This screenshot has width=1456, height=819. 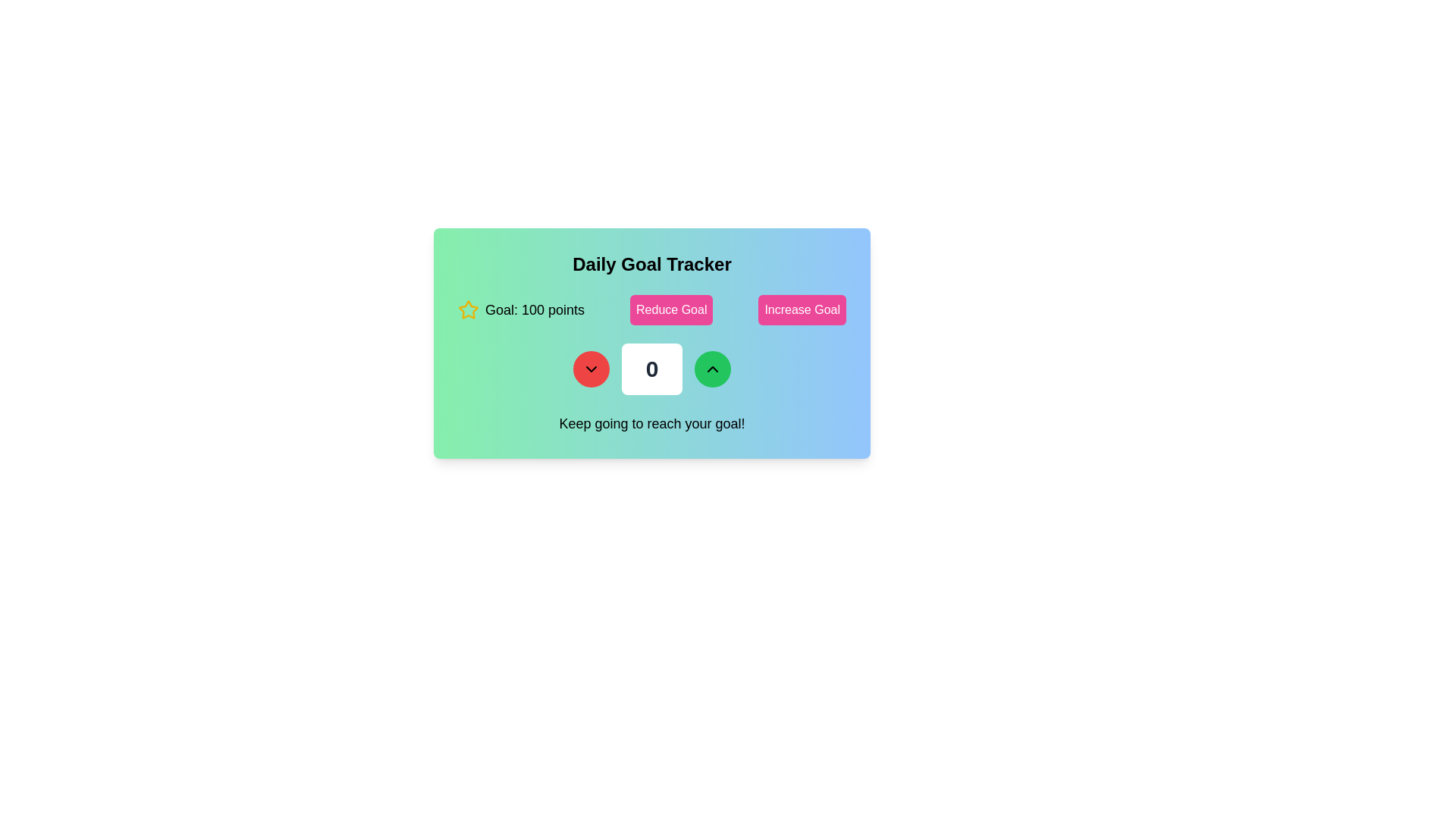 I want to click on the interactive button designed to increase the numerical goal, located to the right of the 'Reduce Goal' button, so click(x=802, y=309).